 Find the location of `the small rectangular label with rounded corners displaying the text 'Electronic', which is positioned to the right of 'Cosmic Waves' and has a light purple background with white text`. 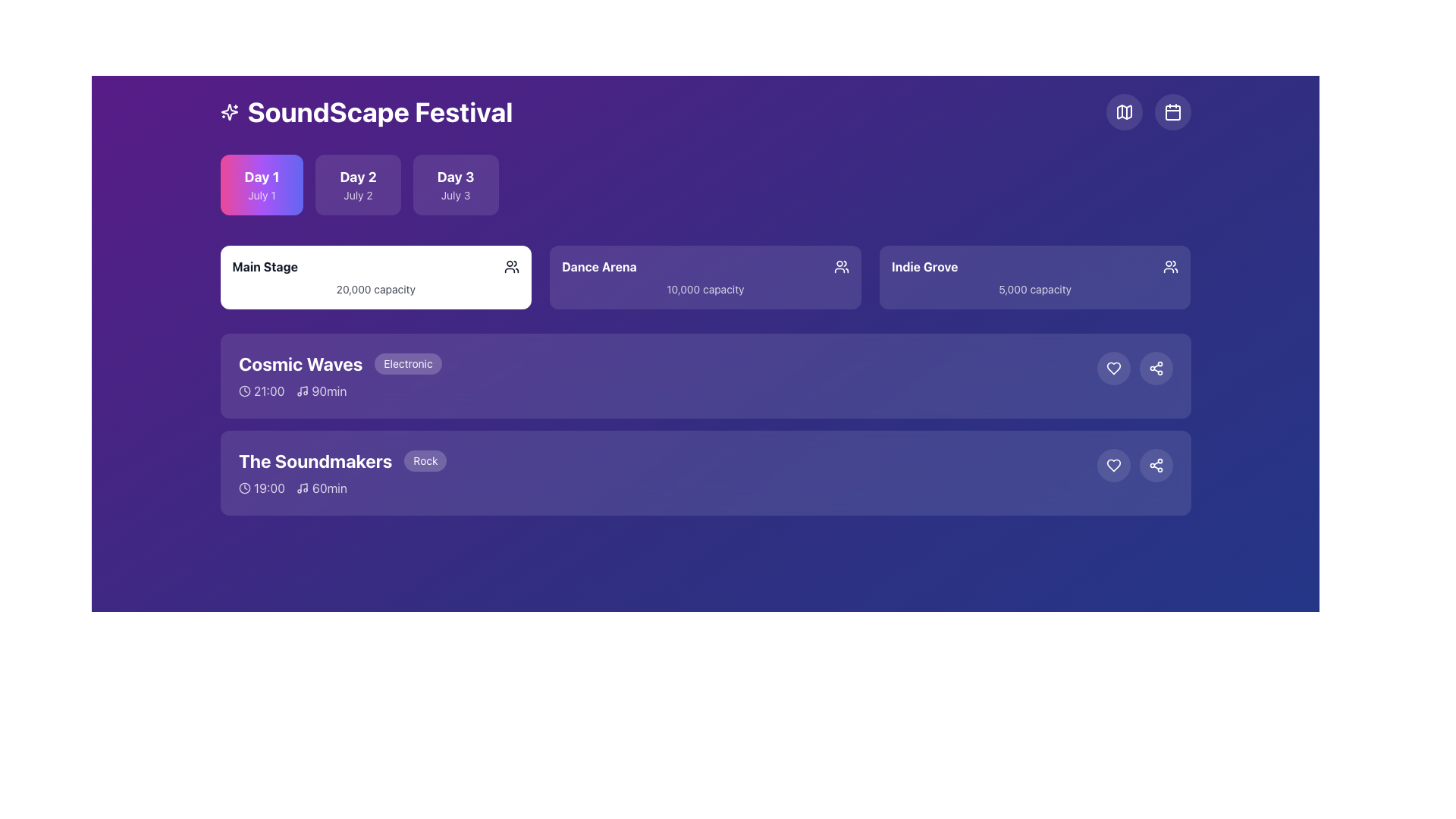

the small rectangular label with rounded corners displaying the text 'Electronic', which is positioned to the right of 'Cosmic Waves' and has a light purple background with white text is located at coordinates (407, 363).